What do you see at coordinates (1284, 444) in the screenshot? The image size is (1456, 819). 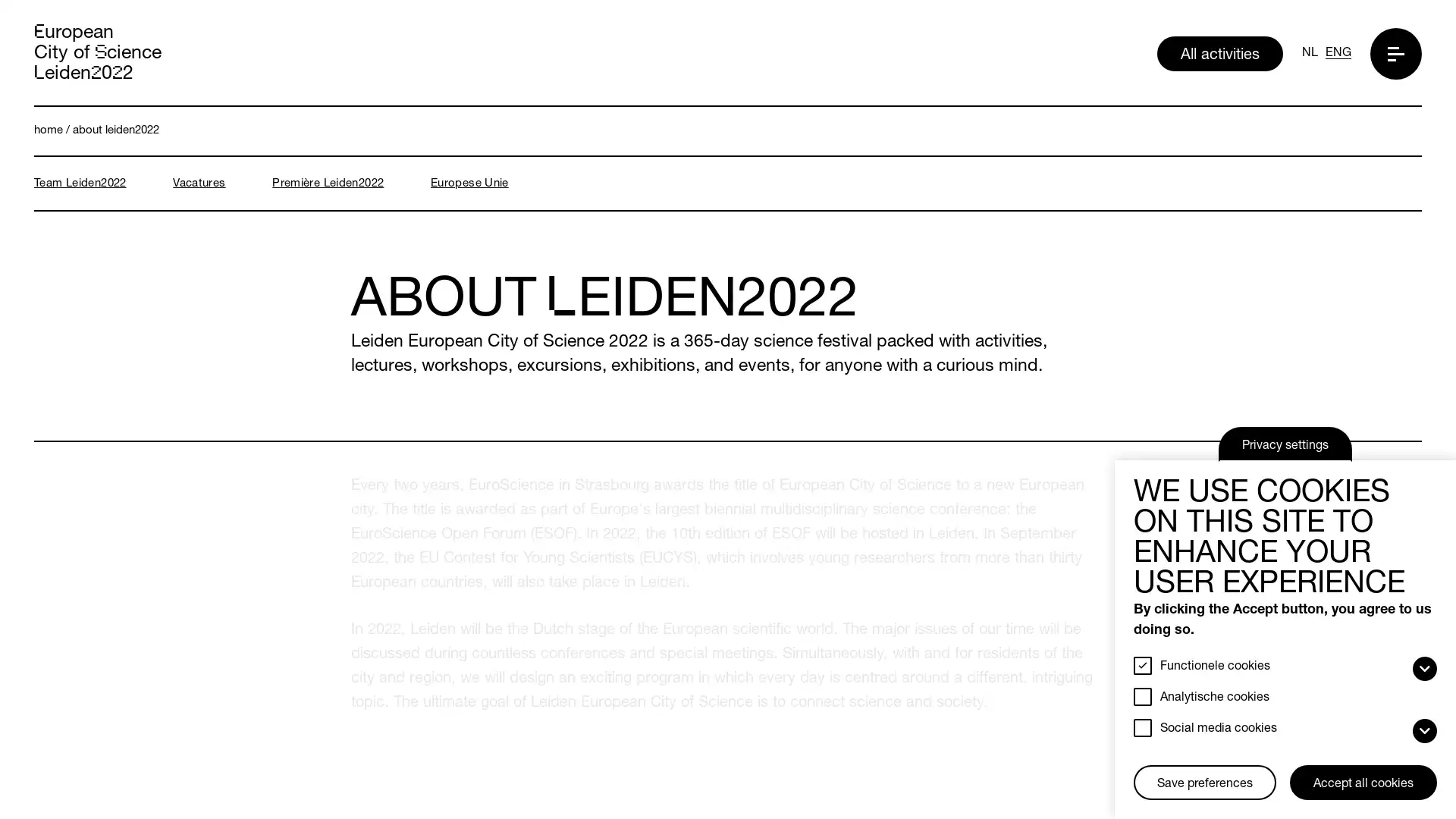 I see `Privacy settings` at bounding box center [1284, 444].